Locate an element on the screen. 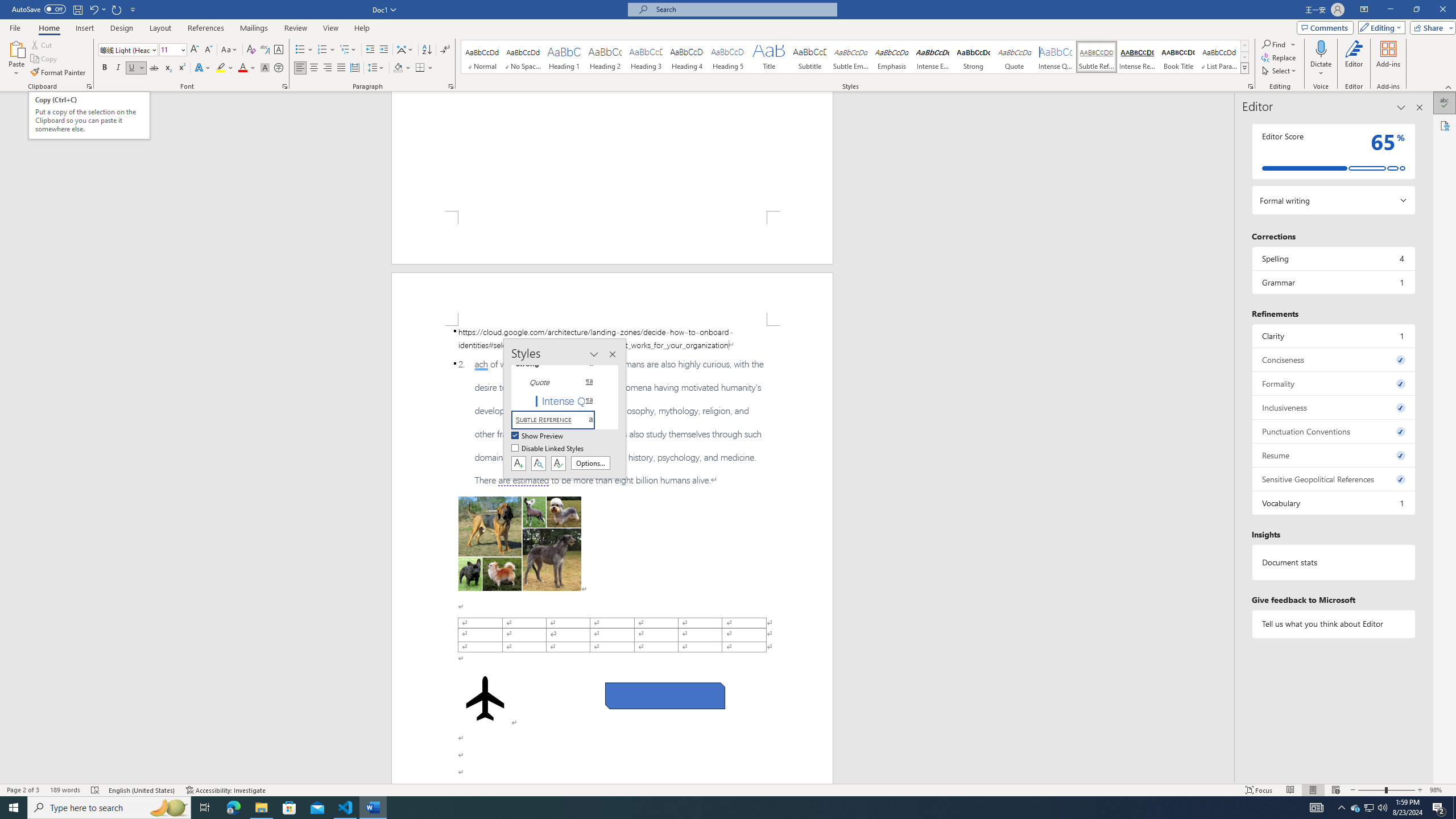  'Intense Emphasis' is located at coordinates (932, 56).